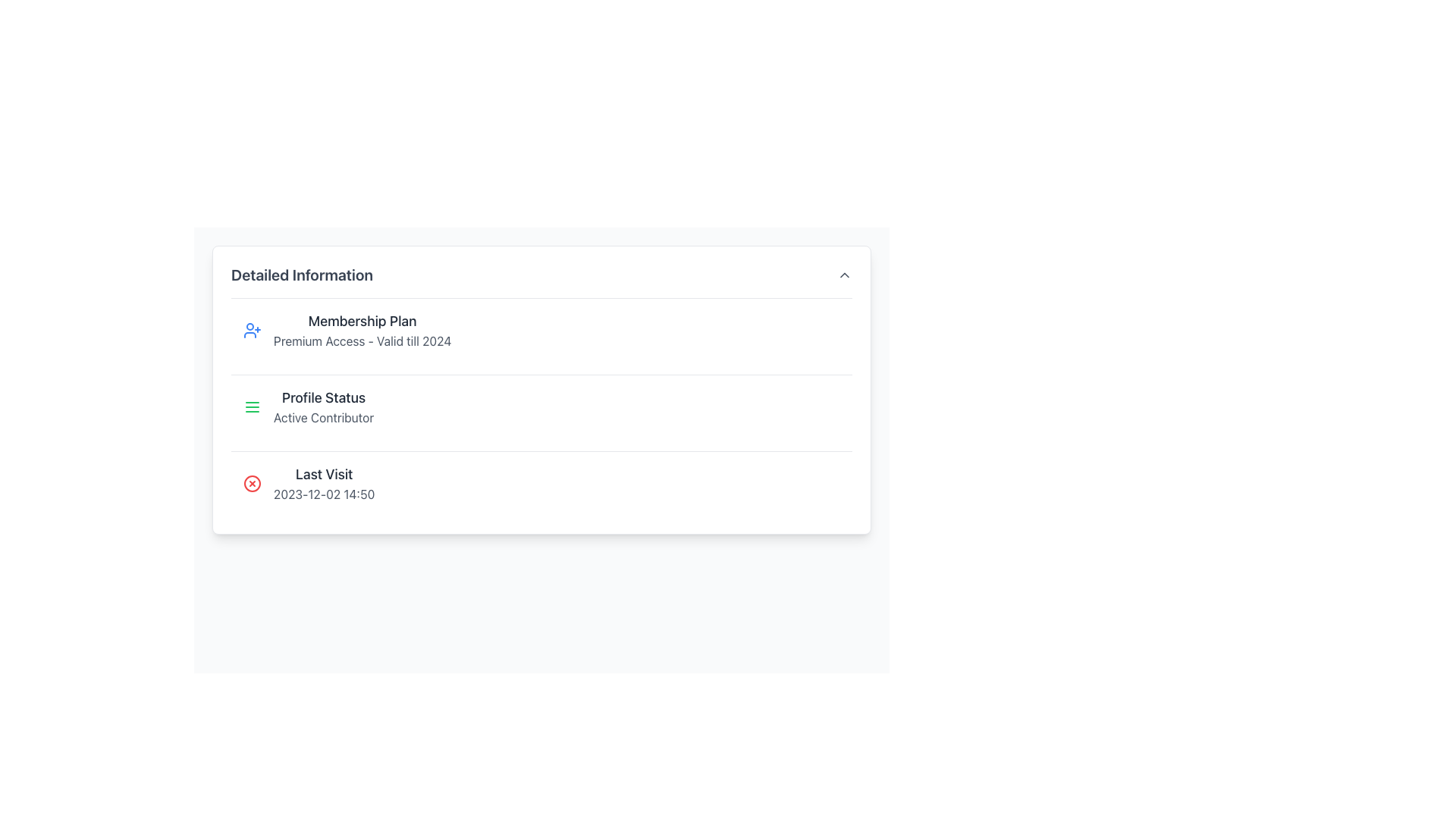 The width and height of the screenshot is (1456, 819). I want to click on the text content element displaying 'Premium Access - Valid till 2024' located under 'Membership Plan' in the 'Detailed Information' section, so click(362, 341).